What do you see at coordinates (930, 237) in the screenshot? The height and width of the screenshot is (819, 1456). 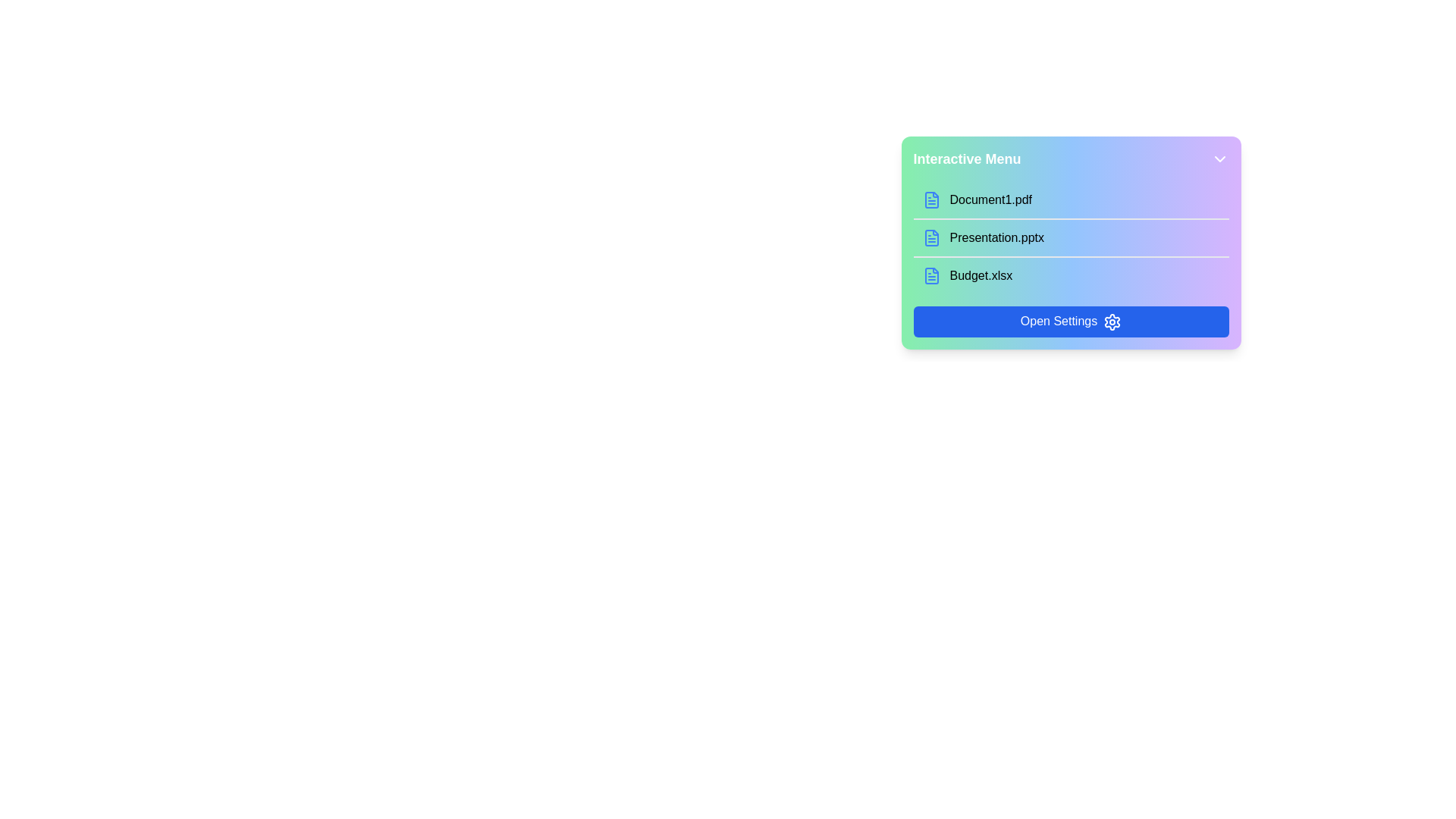 I see `the icon representing the 'Presentation.pptx' file located in the second list item of the 'Interactive Menu'` at bounding box center [930, 237].